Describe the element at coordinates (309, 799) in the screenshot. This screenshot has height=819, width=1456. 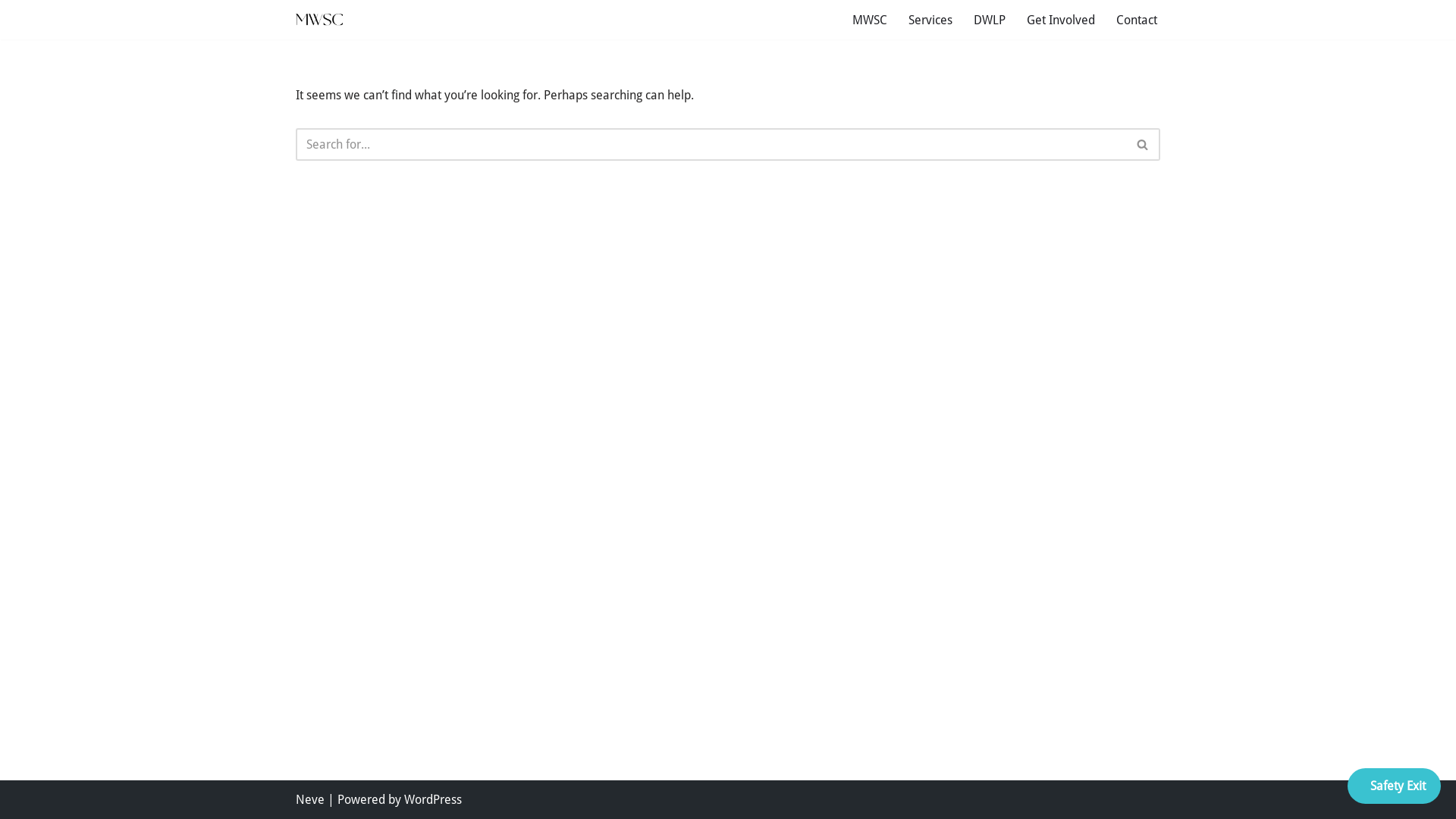
I see `'Neve'` at that location.